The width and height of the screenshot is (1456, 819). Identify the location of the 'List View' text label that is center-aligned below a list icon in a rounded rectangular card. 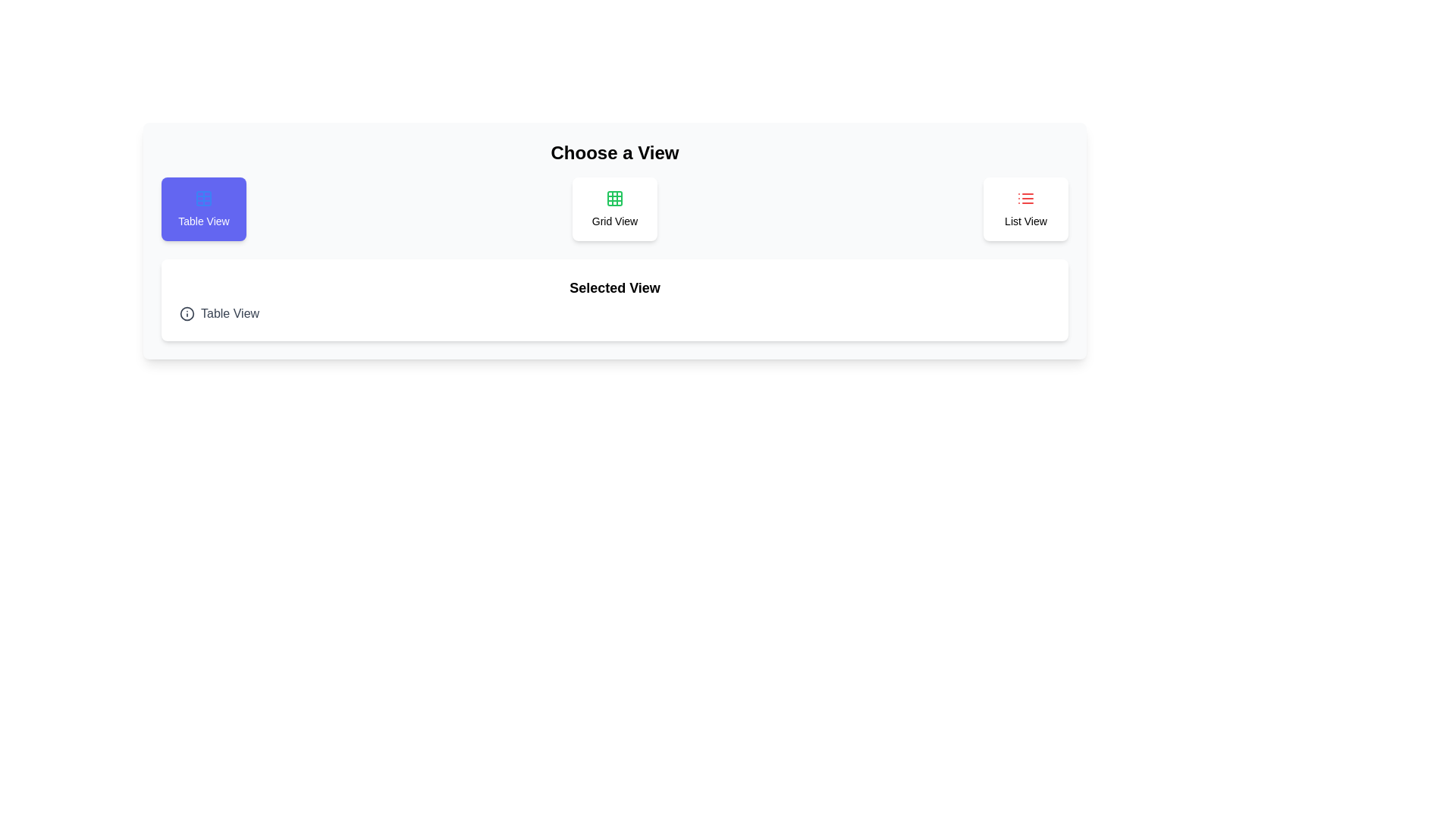
(1026, 221).